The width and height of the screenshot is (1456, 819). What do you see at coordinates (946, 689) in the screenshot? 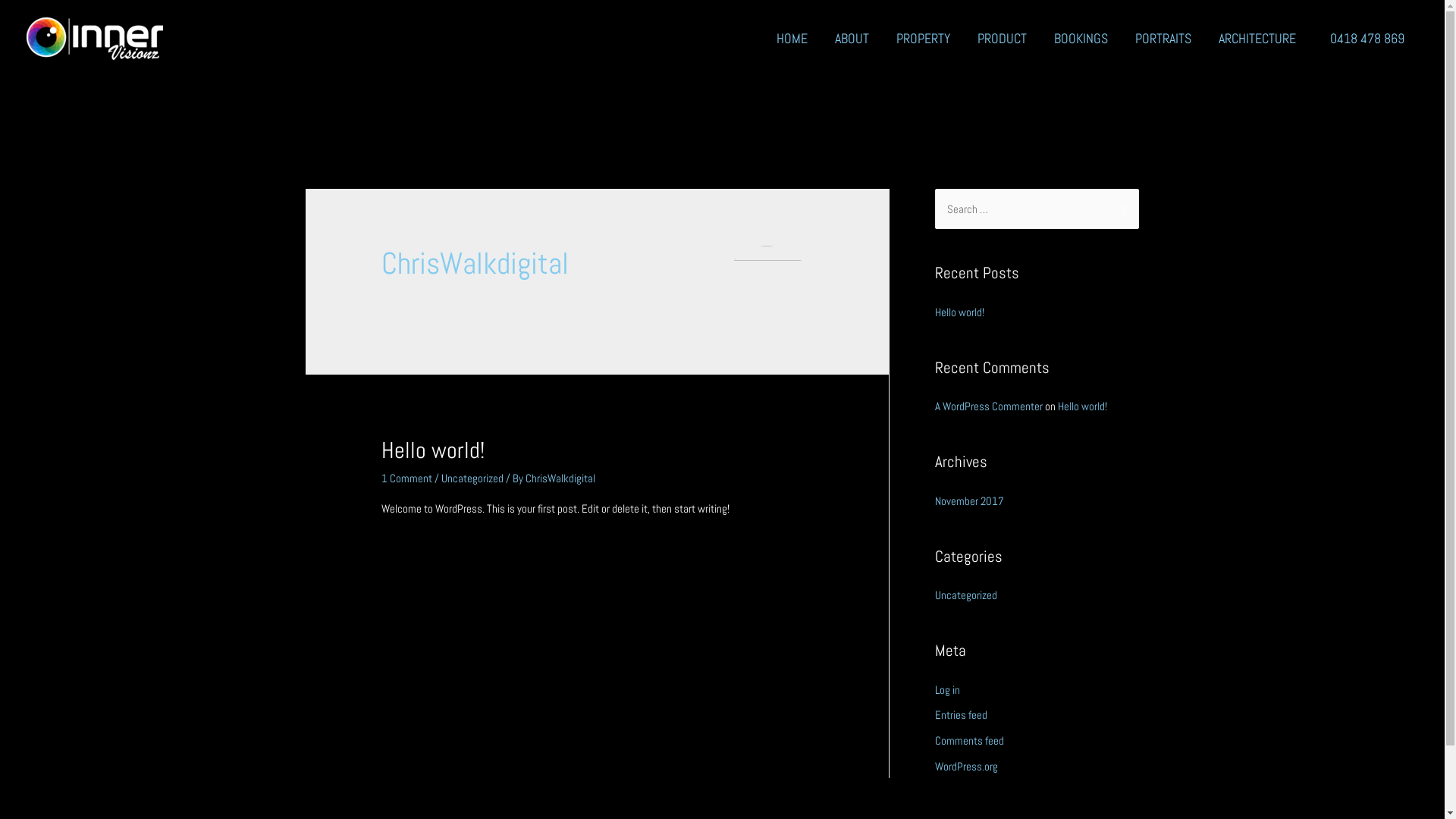
I see `'Log in'` at bounding box center [946, 689].